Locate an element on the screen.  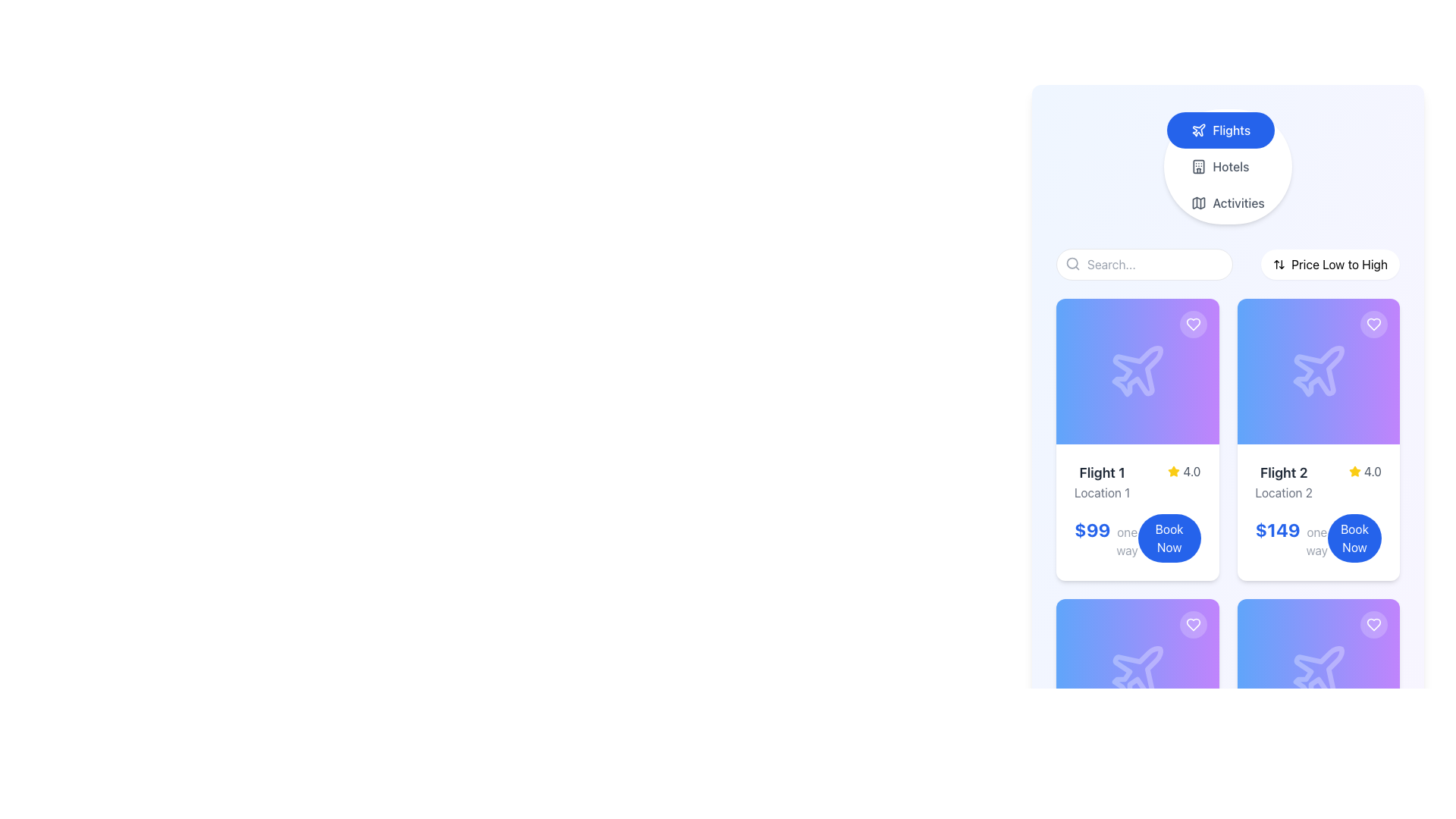
the 'Activities' icon located at the leftmost position of the group under the 'Activities' section is located at coordinates (1198, 202).